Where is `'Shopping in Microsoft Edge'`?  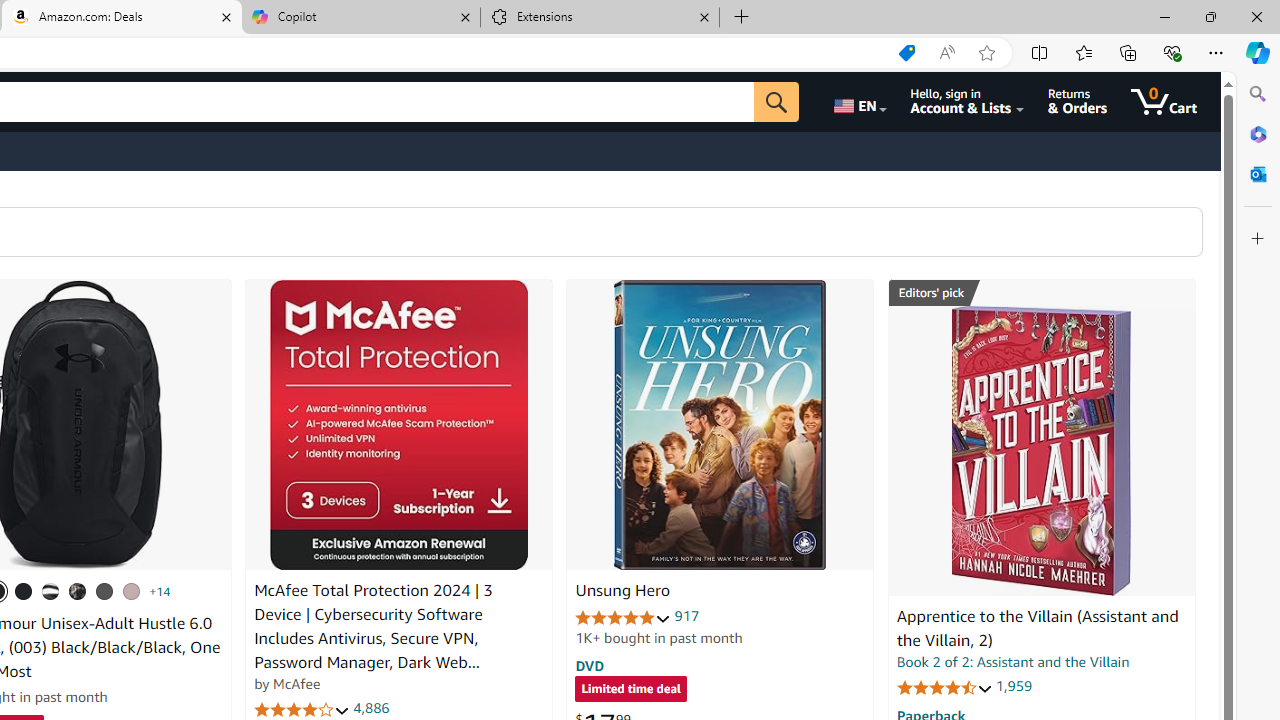 'Shopping in Microsoft Edge' is located at coordinates (905, 52).